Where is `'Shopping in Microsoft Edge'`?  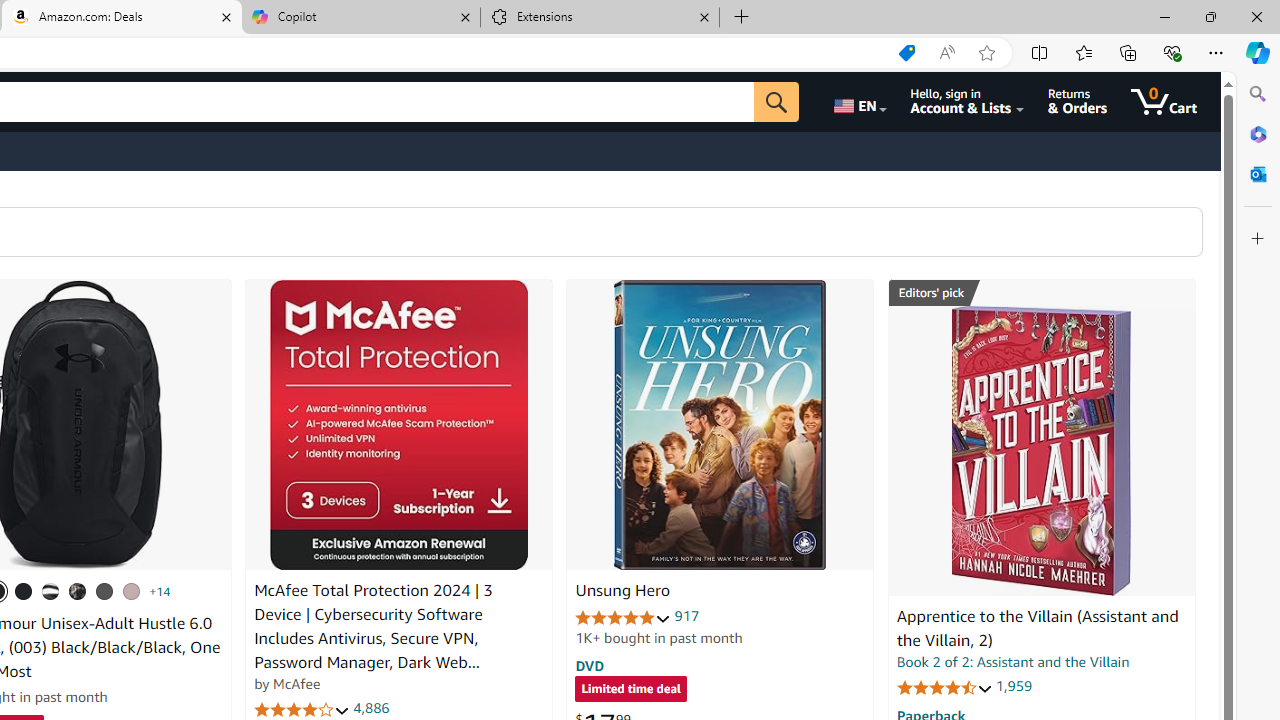 'Shopping in Microsoft Edge' is located at coordinates (905, 52).